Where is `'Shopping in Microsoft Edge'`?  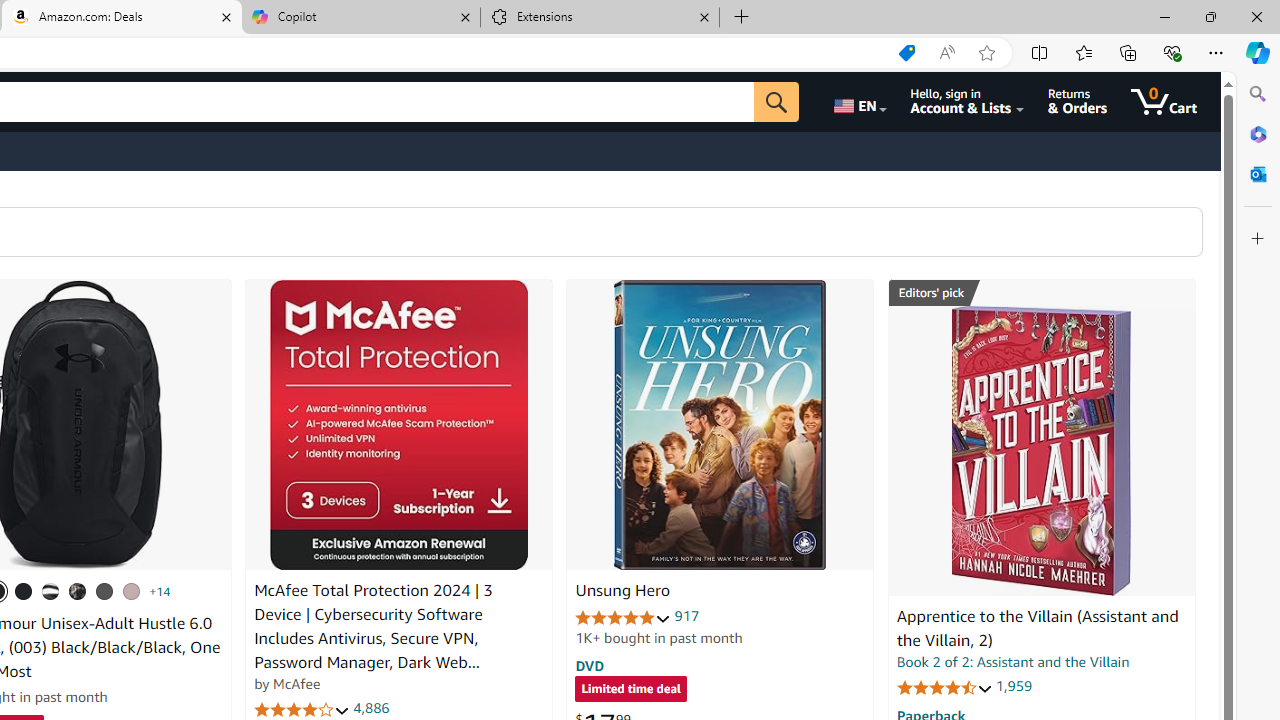 'Shopping in Microsoft Edge' is located at coordinates (905, 52).